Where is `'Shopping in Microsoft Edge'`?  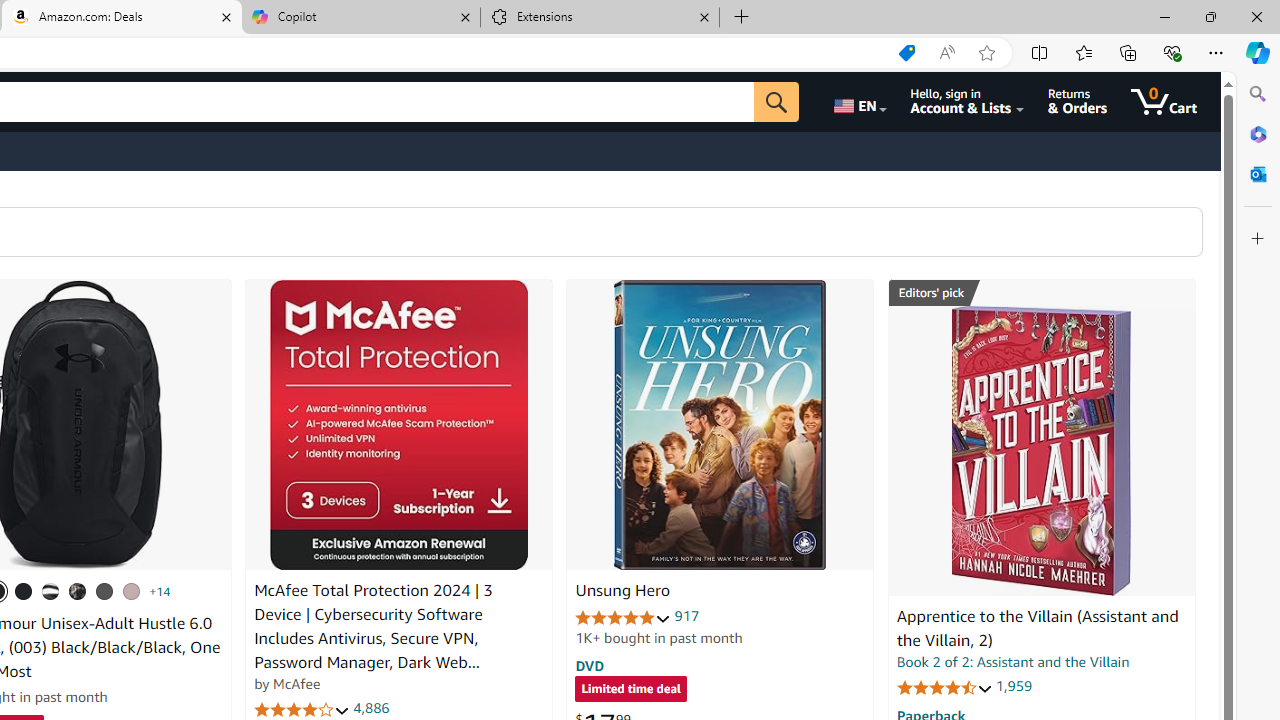 'Shopping in Microsoft Edge' is located at coordinates (905, 52).